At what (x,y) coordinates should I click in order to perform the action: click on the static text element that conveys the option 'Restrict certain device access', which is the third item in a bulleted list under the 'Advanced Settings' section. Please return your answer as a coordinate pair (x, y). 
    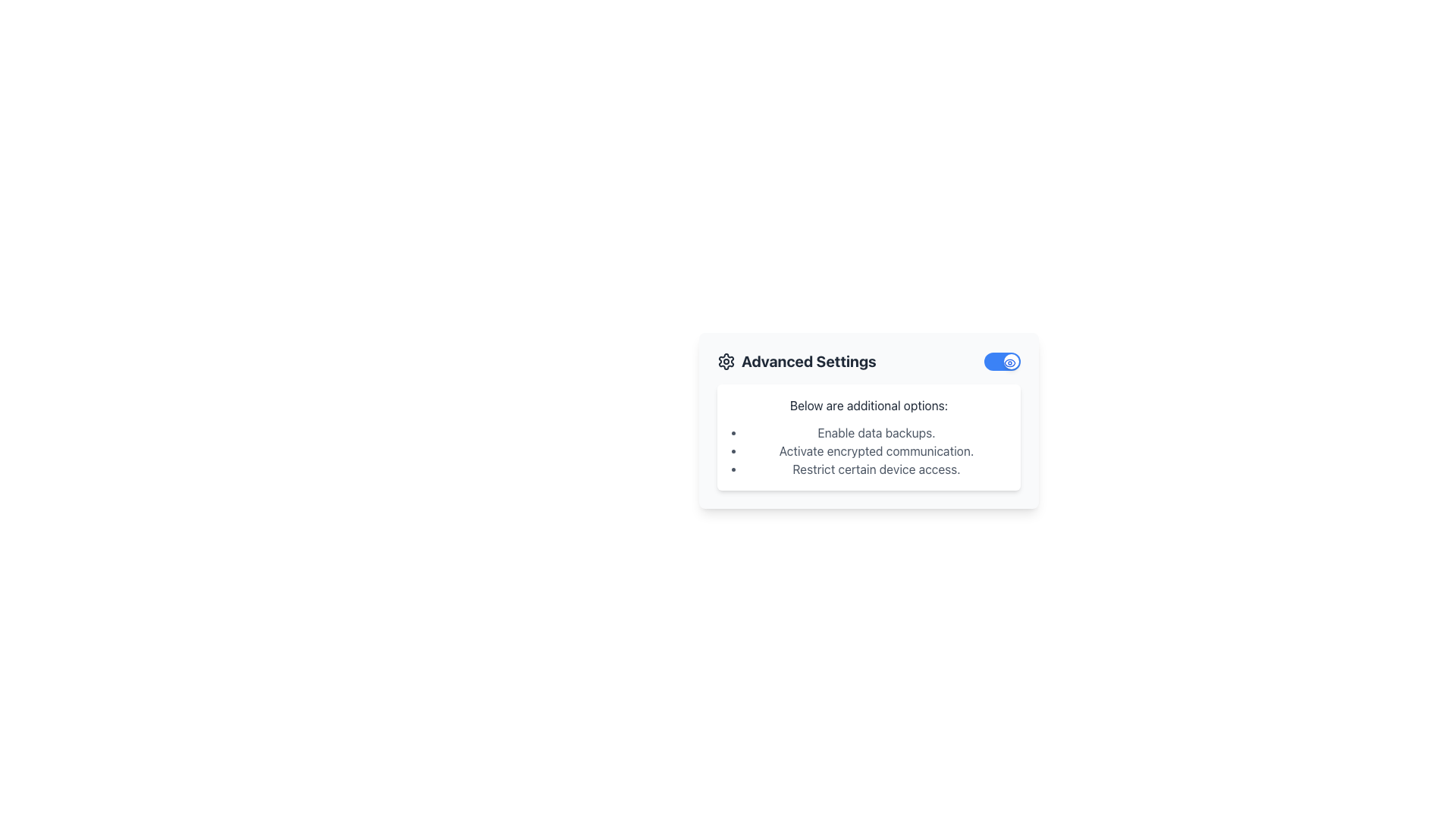
    Looking at the image, I should click on (877, 468).